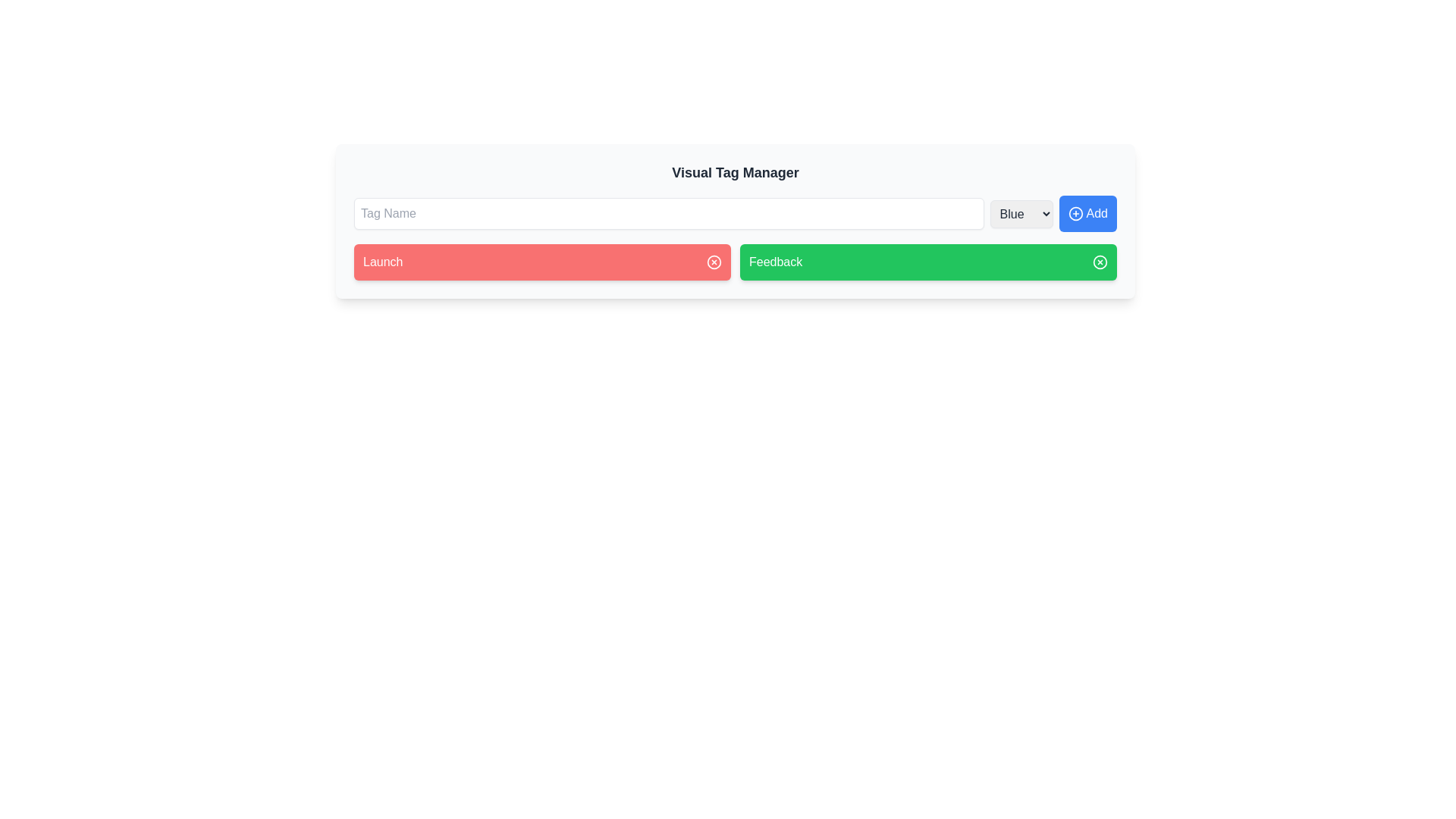  I want to click on the 'Feedback' button, which is a green rectangular button with white text, so click(776, 262).